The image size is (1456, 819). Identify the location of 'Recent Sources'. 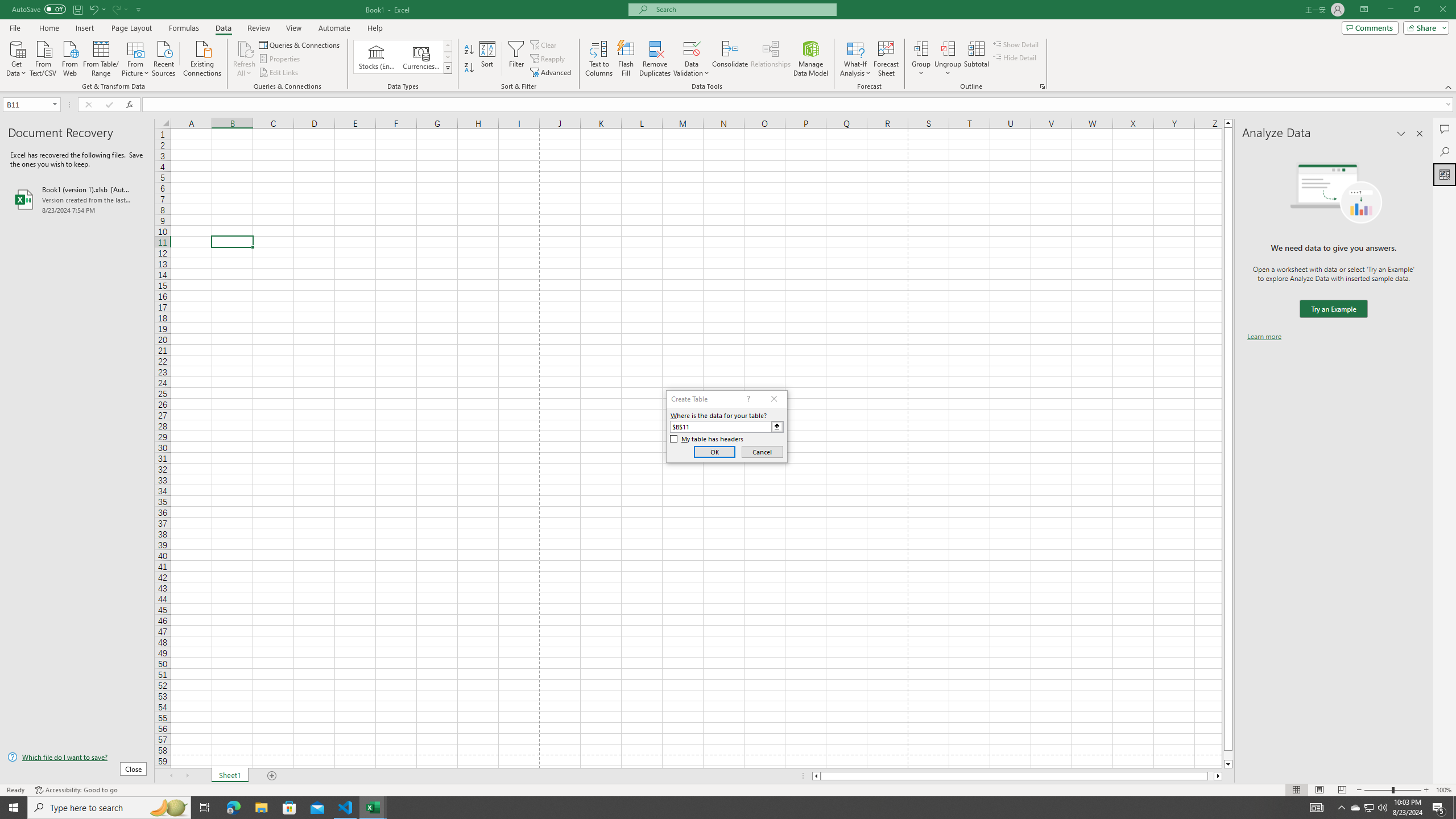
(164, 57).